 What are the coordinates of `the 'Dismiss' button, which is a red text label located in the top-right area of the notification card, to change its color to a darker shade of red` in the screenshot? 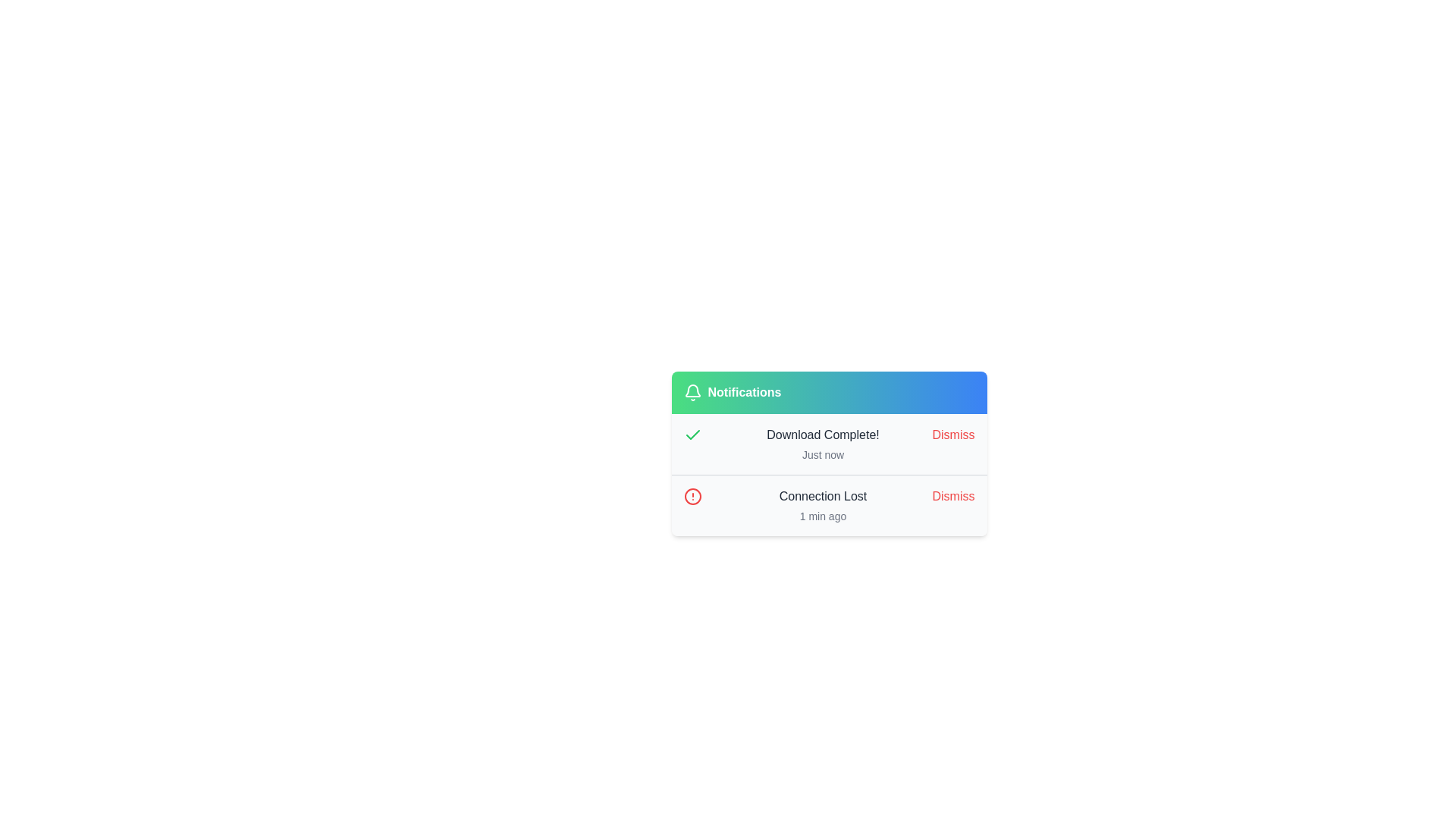 It's located at (952, 435).